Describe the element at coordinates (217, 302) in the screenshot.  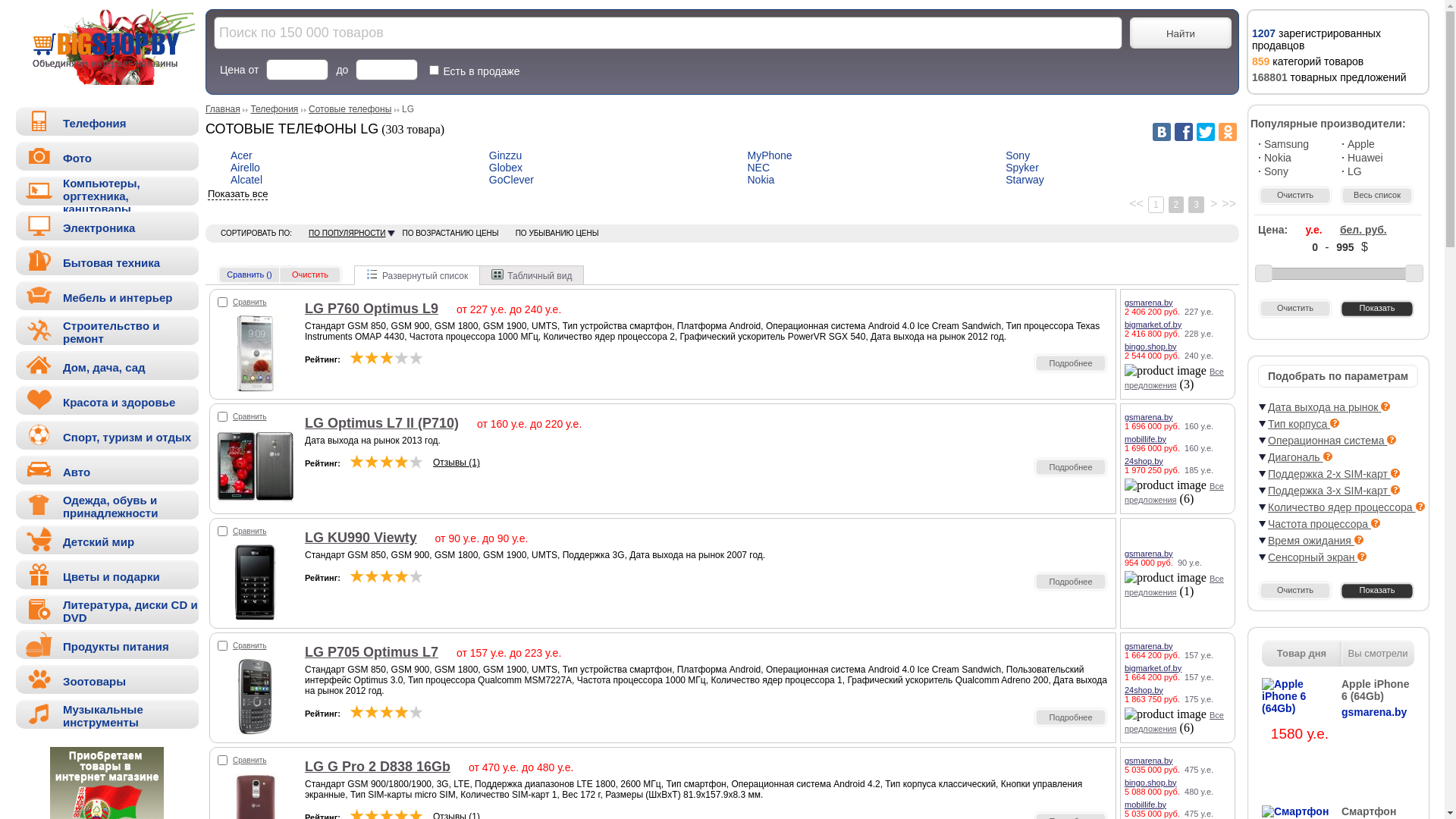
I see `'40081'` at that location.